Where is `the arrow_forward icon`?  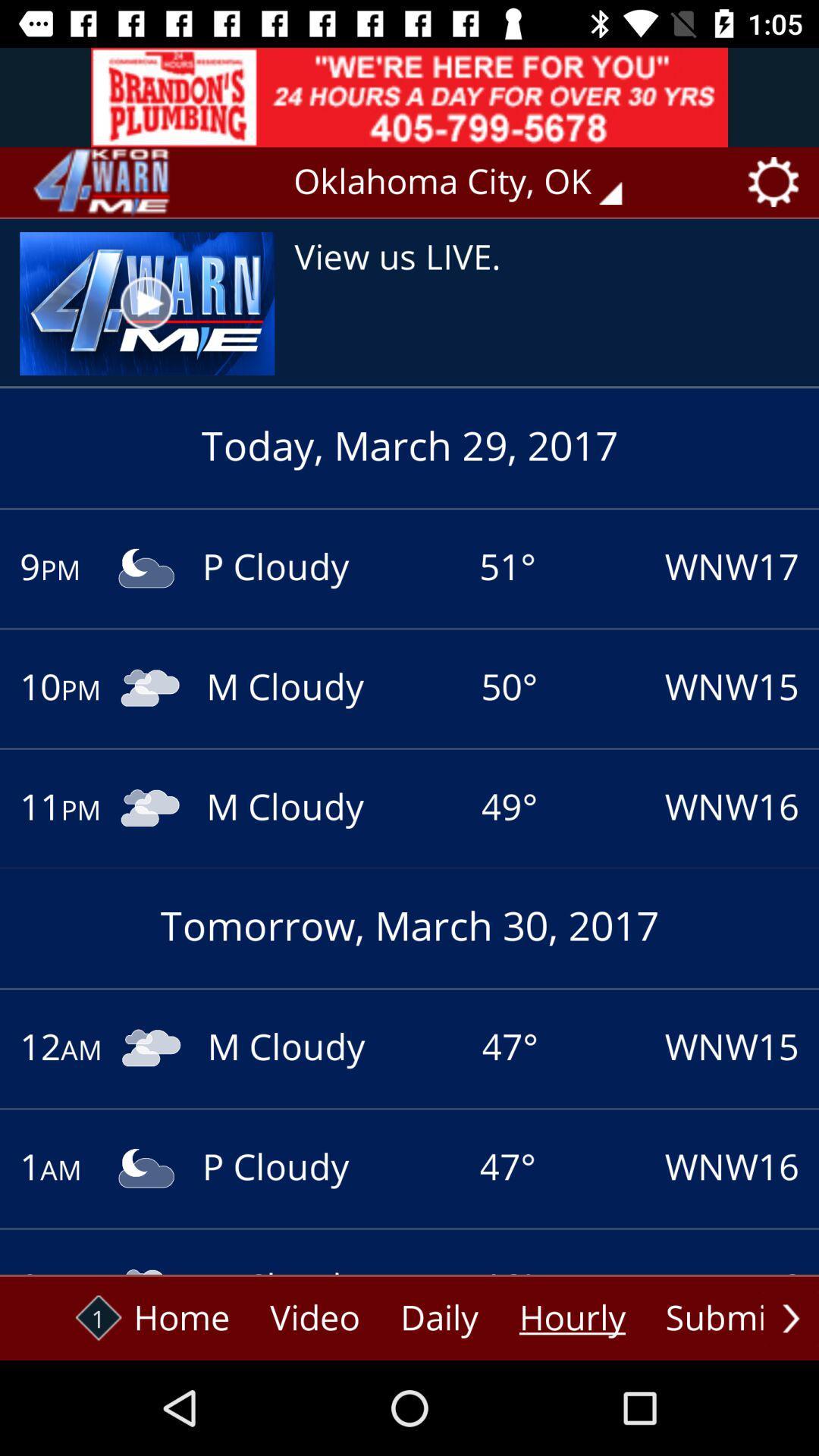 the arrow_forward icon is located at coordinates (790, 1317).